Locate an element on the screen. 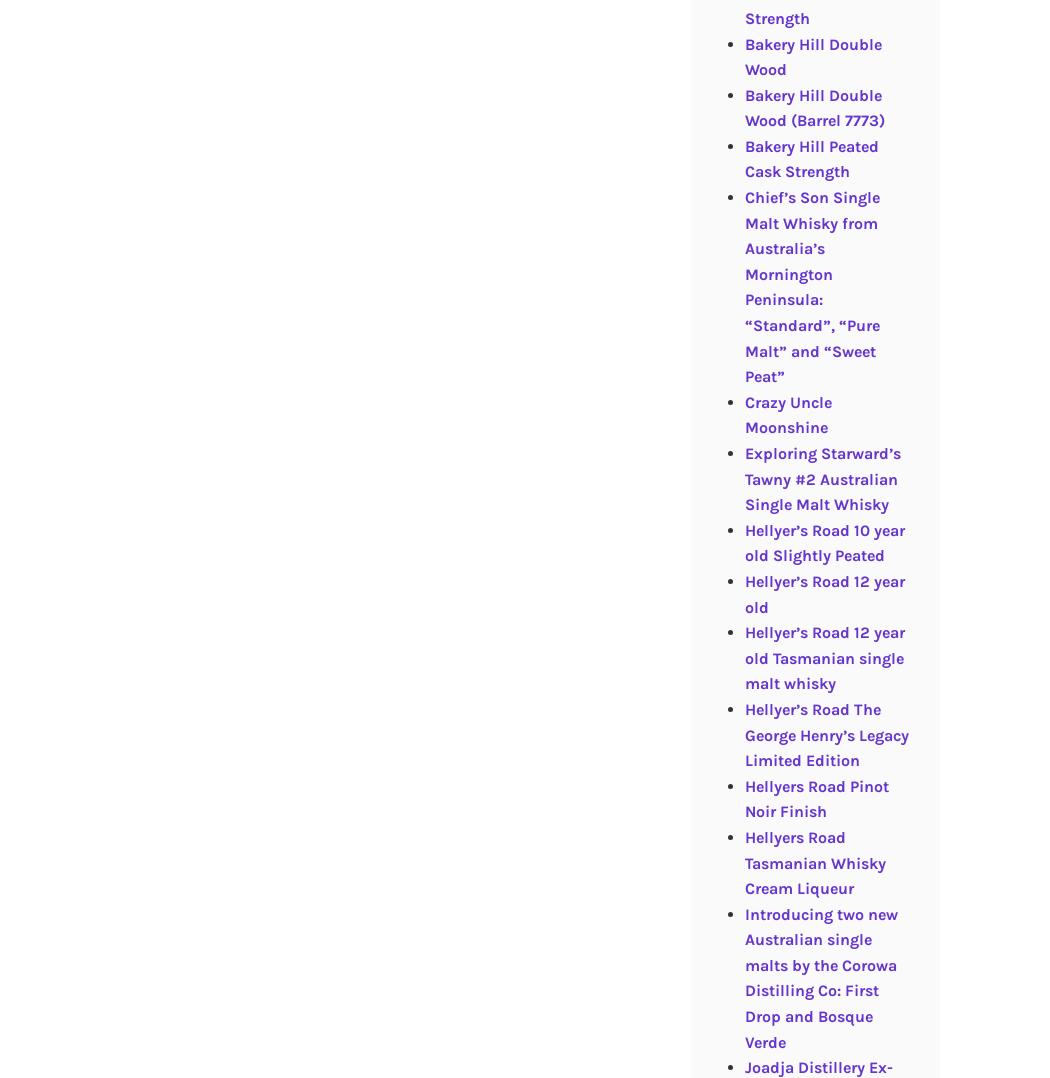 Image resolution: width=1050 pixels, height=1078 pixels. 'Crazy Uncle Moonshine' is located at coordinates (787, 413).